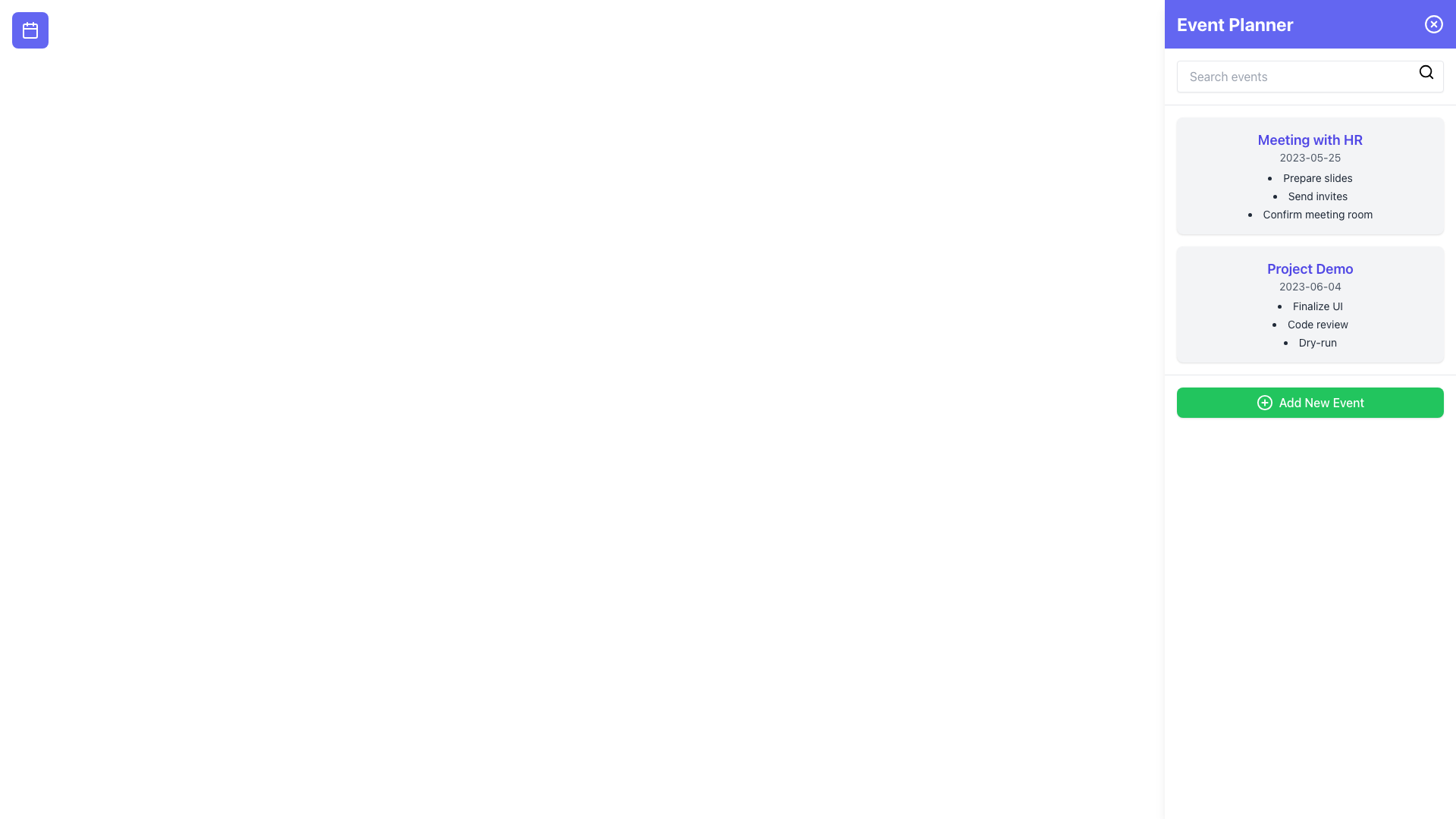 The height and width of the screenshot is (819, 1456). What do you see at coordinates (1310, 140) in the screenshot?
I see `the text label displaying 'Meeting with HR', which is styled with a large bold indigo font and positioned at the top center of the card in the right panel` at bounding box center [1310, 140].